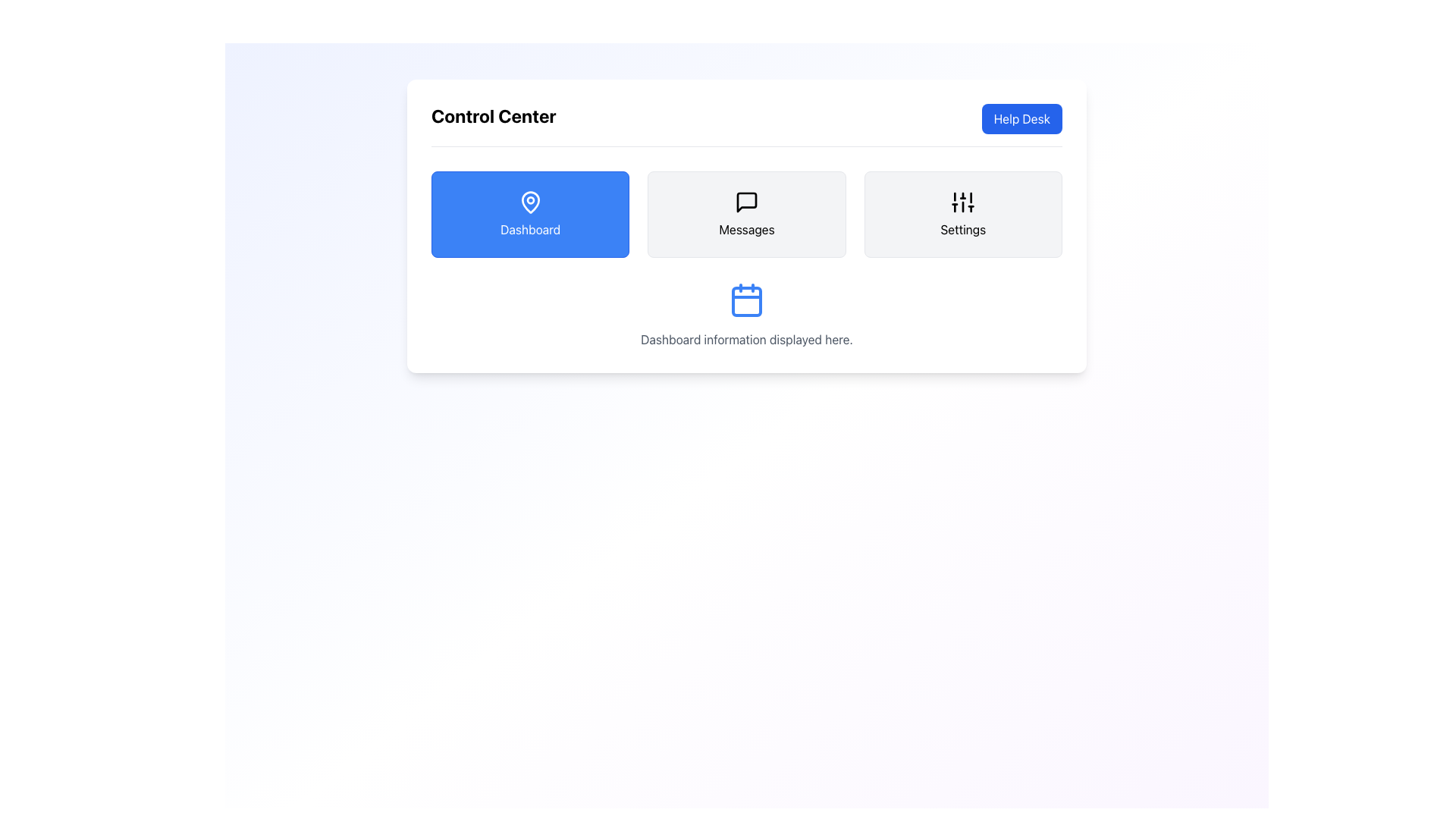 Image resolution: width=1456 pixels, height=819 pixels. I want to click on the navigation buttons in the Control Center section, so click(746, 214).